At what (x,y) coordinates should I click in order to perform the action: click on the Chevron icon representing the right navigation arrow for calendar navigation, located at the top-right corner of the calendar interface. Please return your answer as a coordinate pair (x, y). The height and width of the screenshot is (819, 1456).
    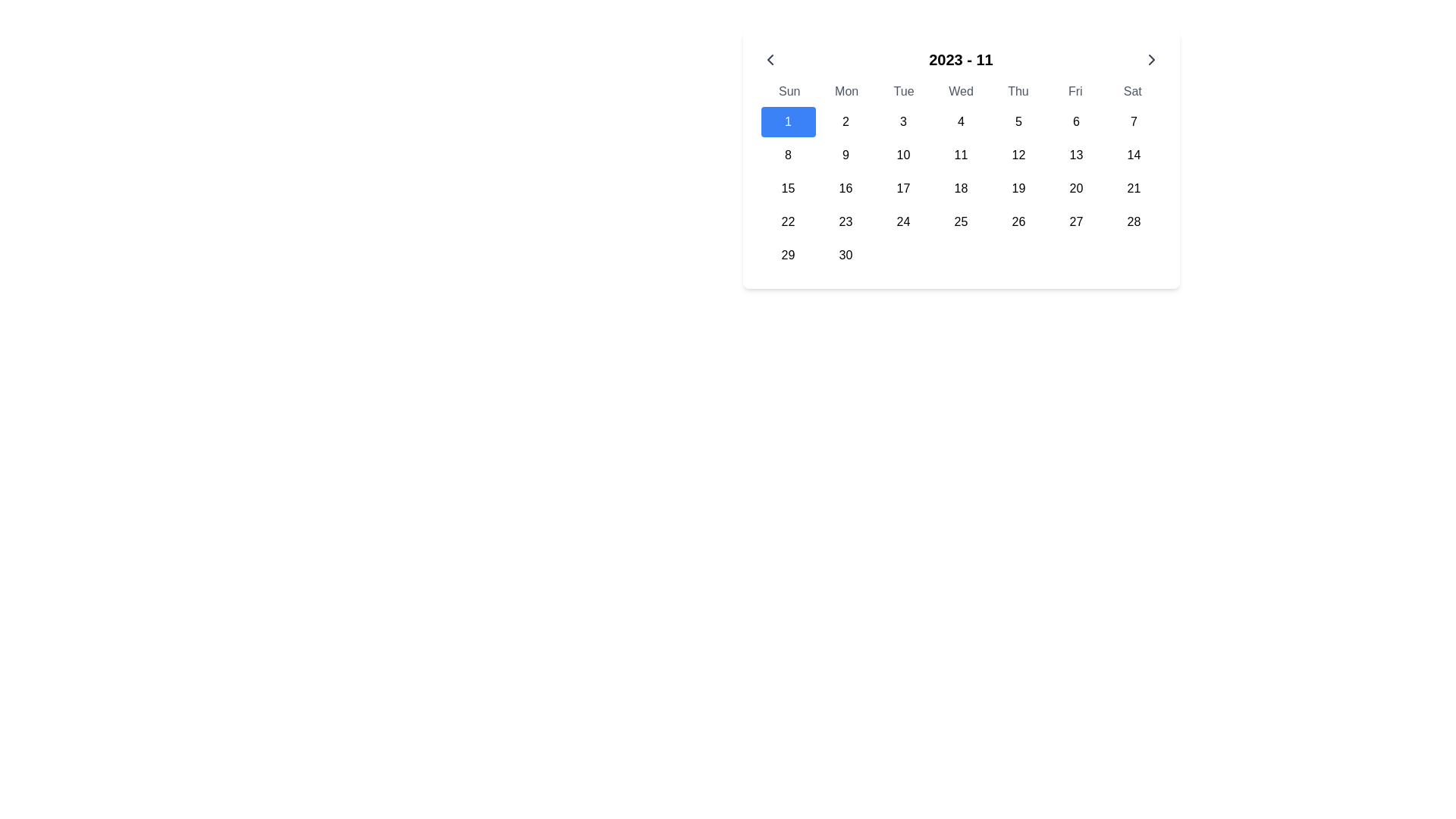
    Looking at the image, I should click on (1152, 58).